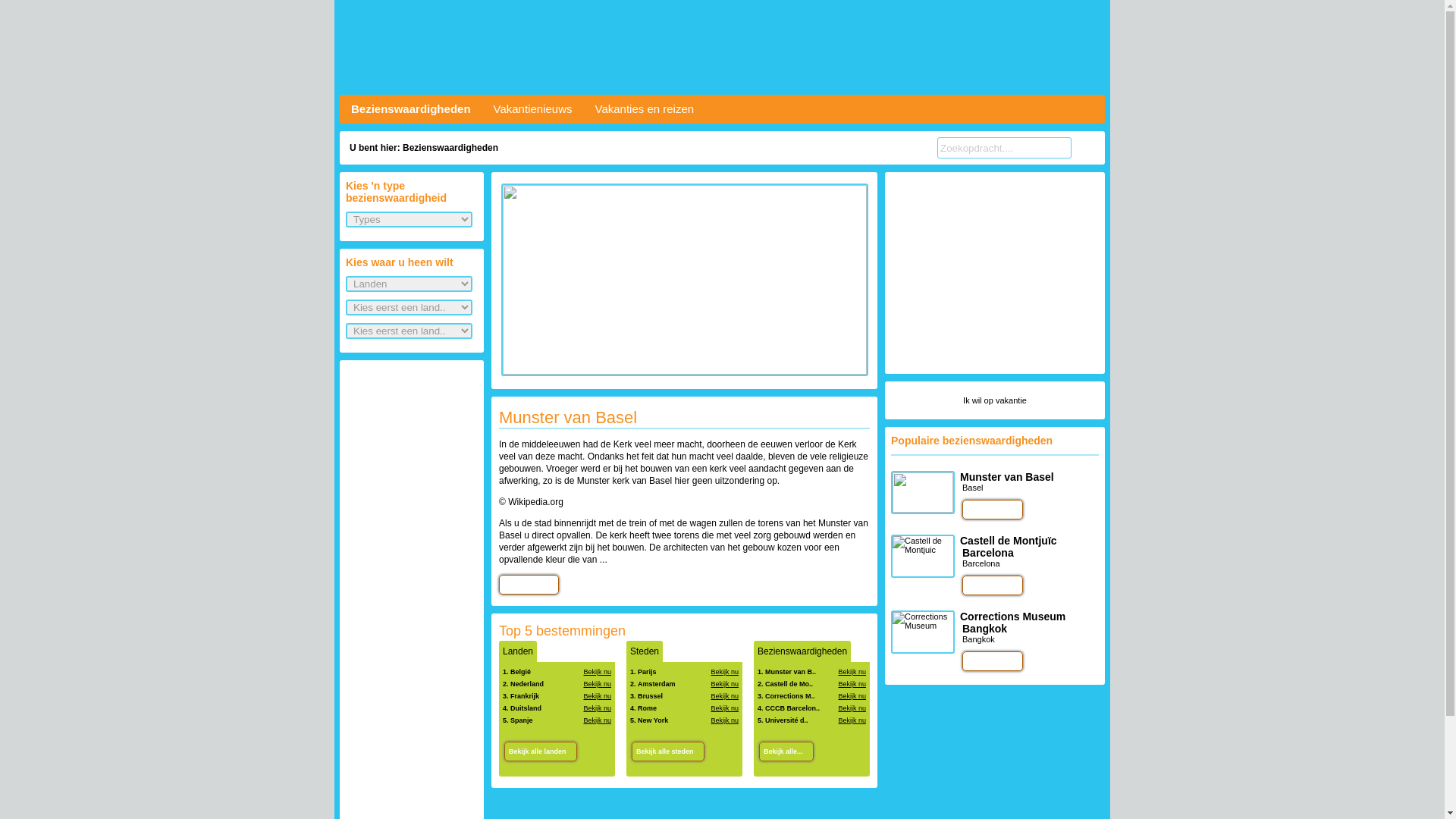 The height and width of the screenshot is (819, 1456). What do you see at coordinates (541, 752) in the screenshot?
I see `'Bekijk alle landen'` at bounding box center [541, 752].